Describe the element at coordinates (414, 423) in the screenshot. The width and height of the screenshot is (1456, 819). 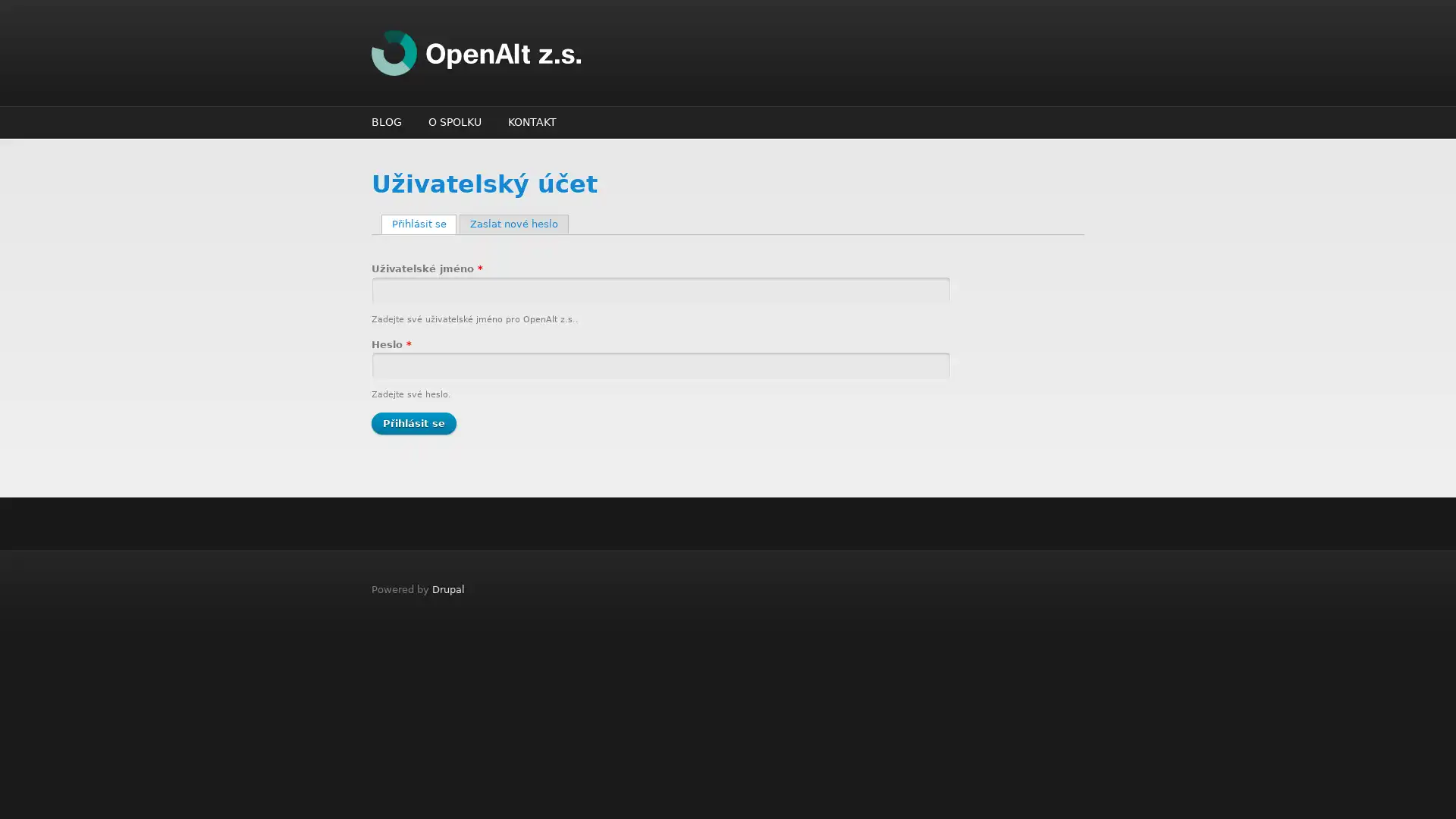
I see `Prihlasit se` at that location.